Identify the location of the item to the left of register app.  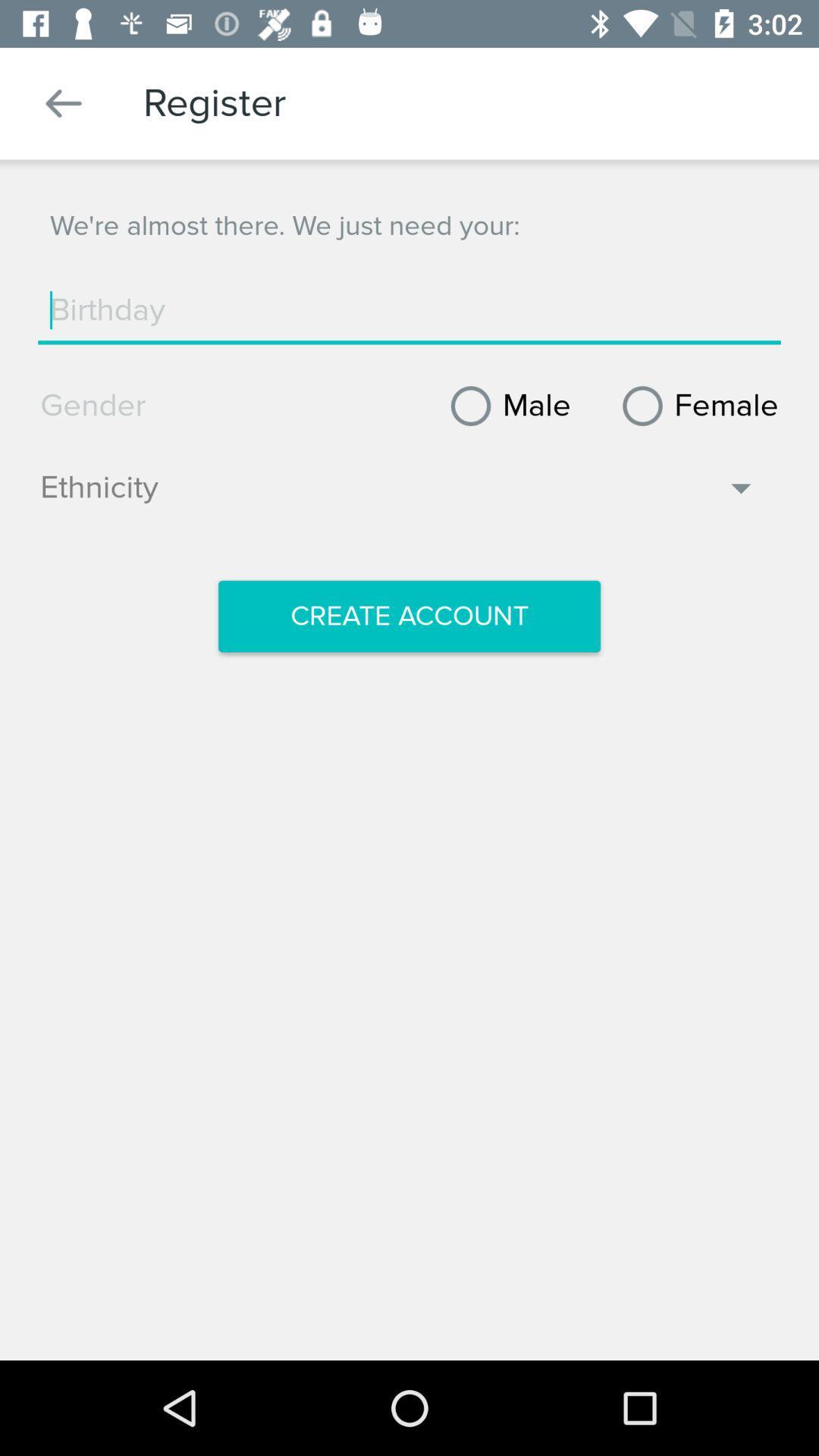
(63, 102).